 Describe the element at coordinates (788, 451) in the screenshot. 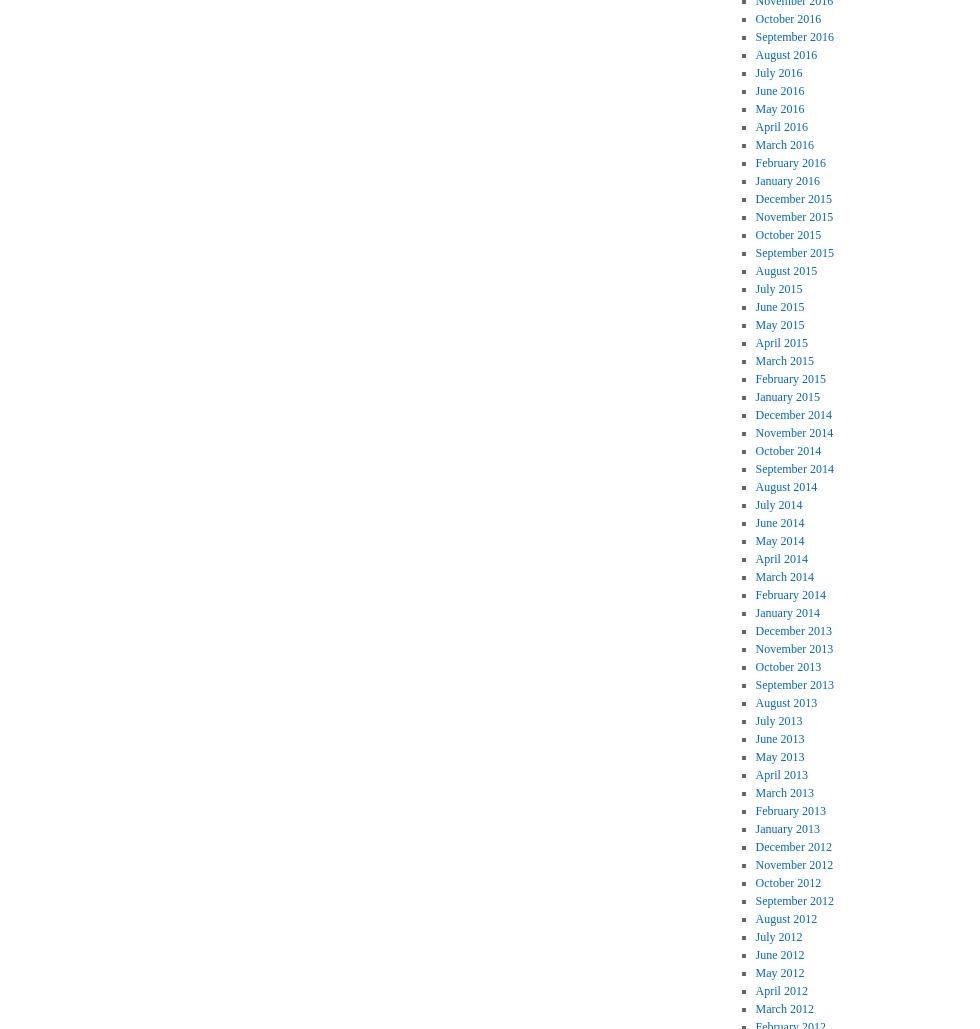

I see `'October 2014'` at that location.